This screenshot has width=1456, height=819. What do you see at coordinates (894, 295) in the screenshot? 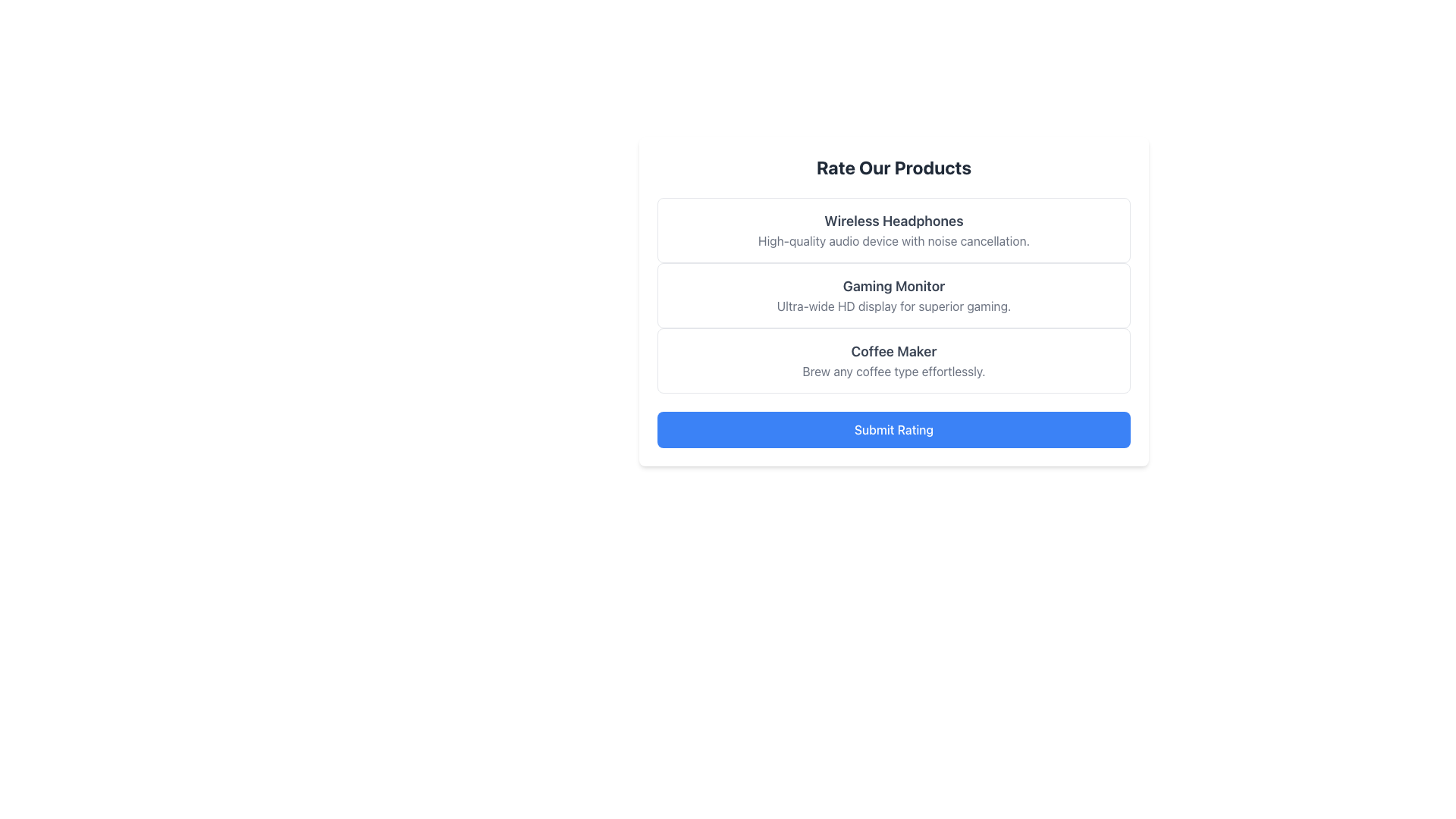
I see `the informative card that provides information about the 'Gaming Monitor', which is the second item in the 'Rate Our Products' list, located between 'Wireless Headphones' and 'Coffee Maker'` at bounding box center [894, 295].